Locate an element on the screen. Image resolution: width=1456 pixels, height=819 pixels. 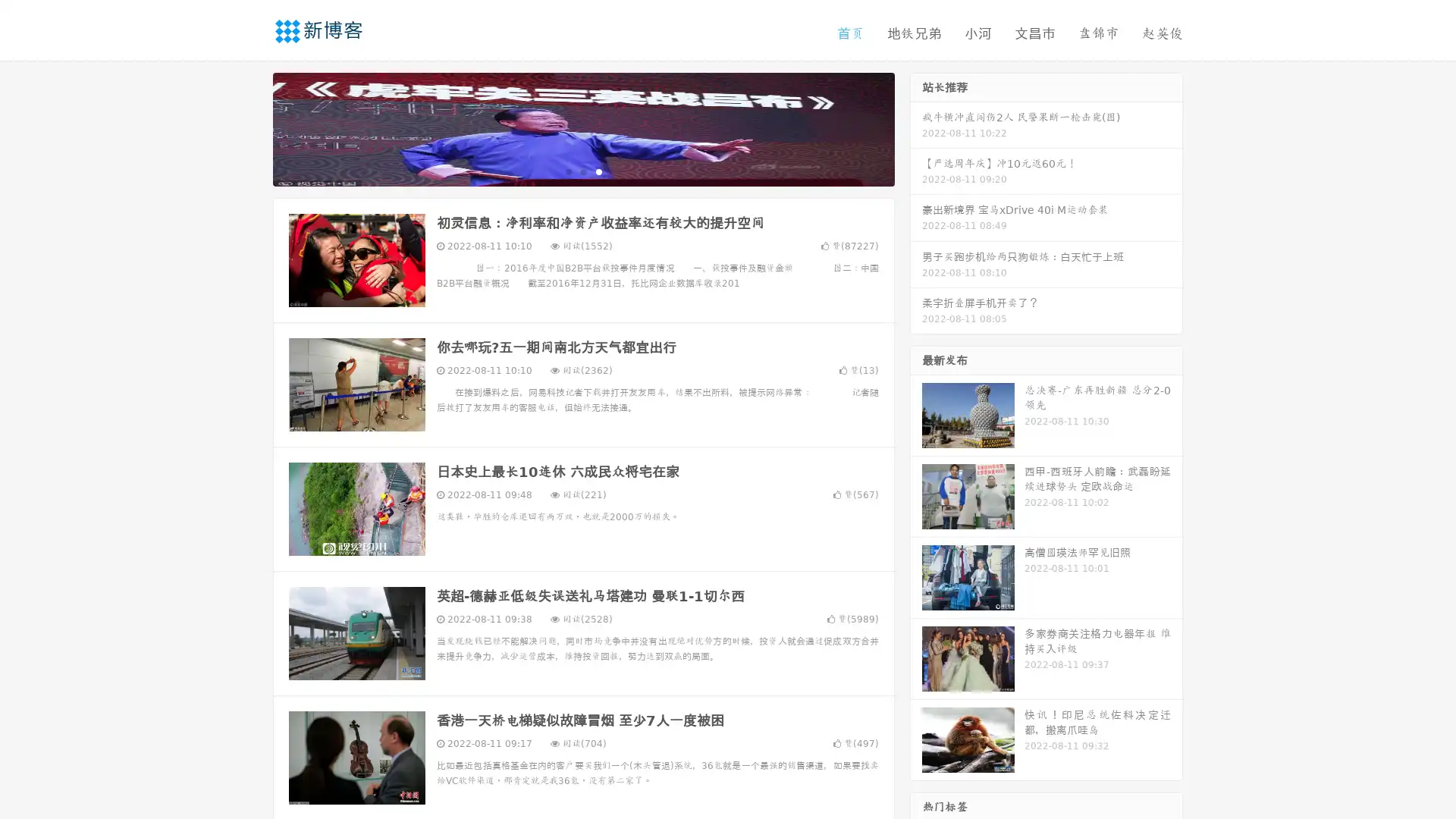
Previous slide is located at coordinates (250, 127).